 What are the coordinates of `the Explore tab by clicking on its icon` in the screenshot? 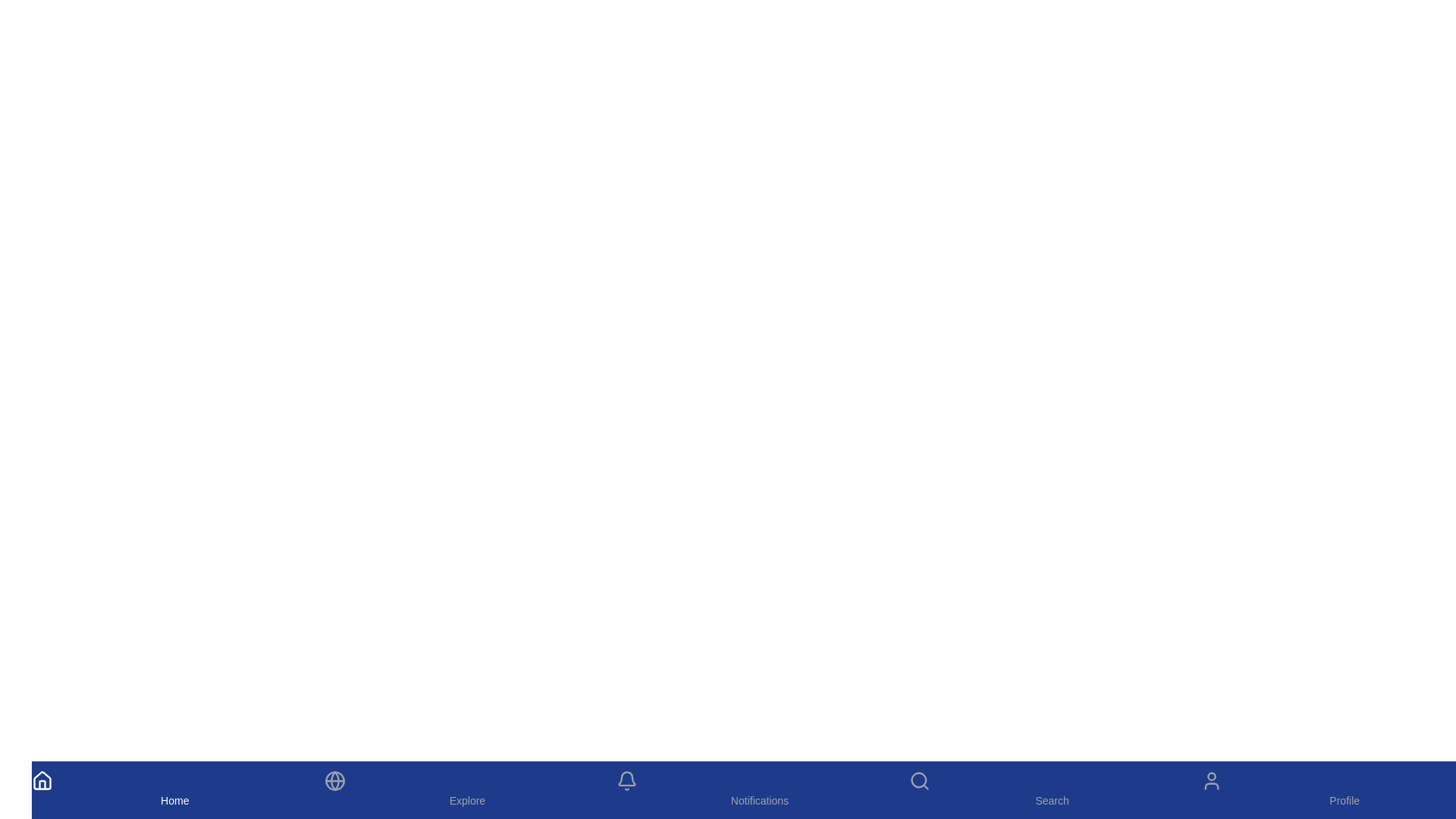 It's located at (466, 789).